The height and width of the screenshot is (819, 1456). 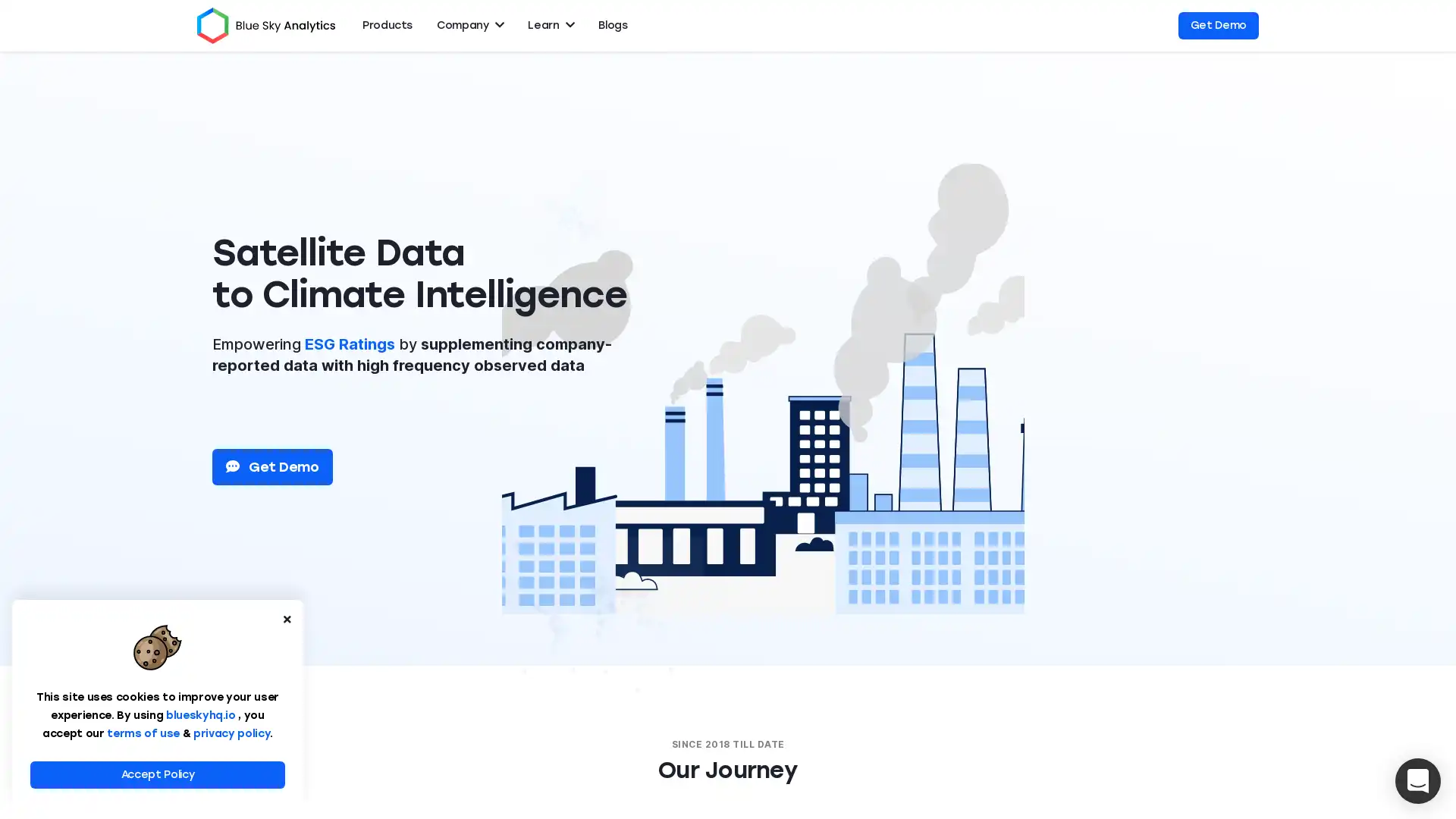 I want to click on Get Demo, so click(x=1218, y=26).